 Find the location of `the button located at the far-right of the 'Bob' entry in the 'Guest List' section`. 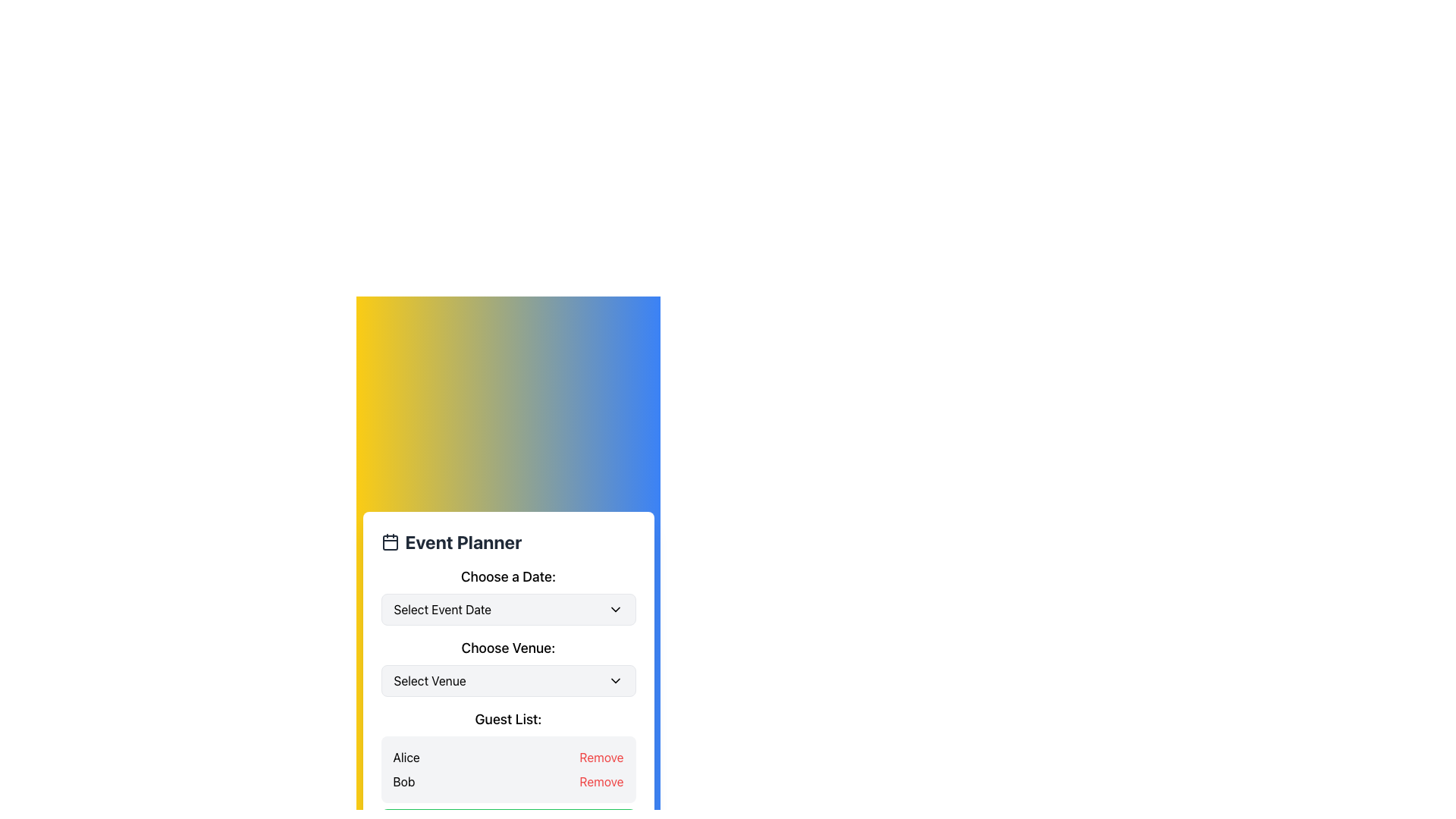

the button located at the far-right of the 'Bob' entry in the 'Guest List' section is located at coordinates (601, 781).